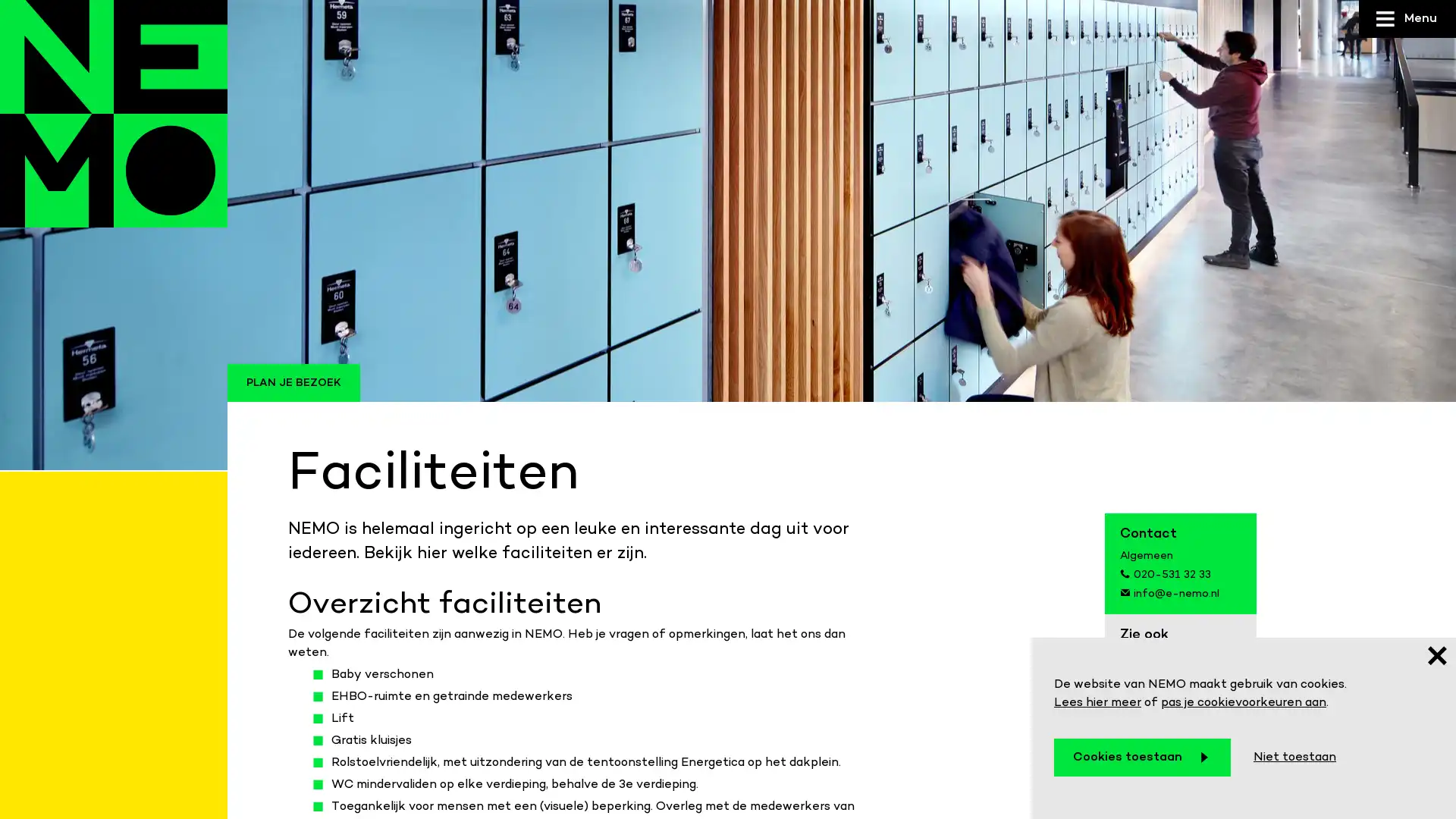  I want to click on Cookies toestaan, so click(1142, 758).